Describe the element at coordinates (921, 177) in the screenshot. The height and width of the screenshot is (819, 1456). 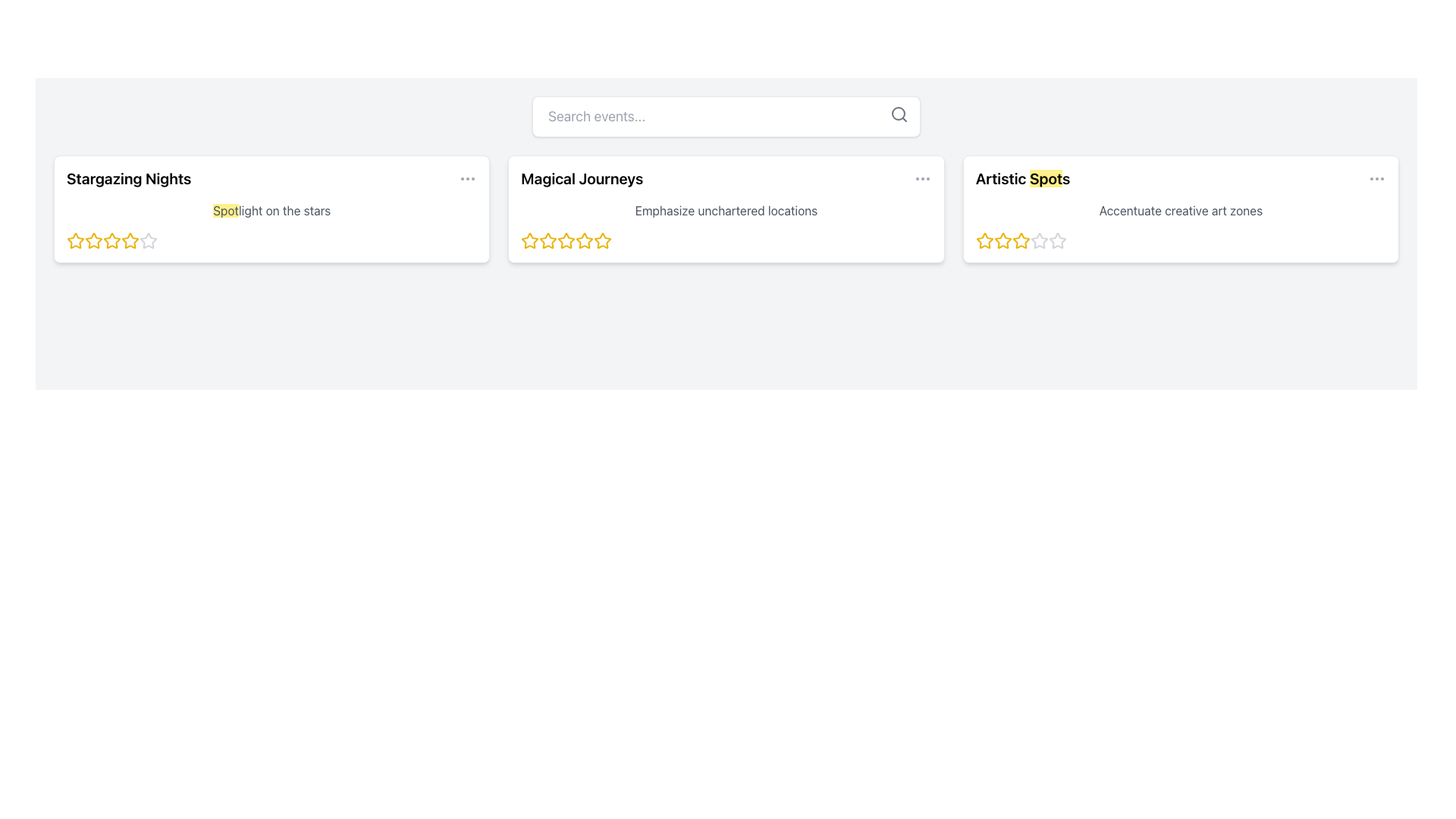
I see `the ellipsis menu icon located at the upper right corner of the 'Magical Journeys' card` at that location.